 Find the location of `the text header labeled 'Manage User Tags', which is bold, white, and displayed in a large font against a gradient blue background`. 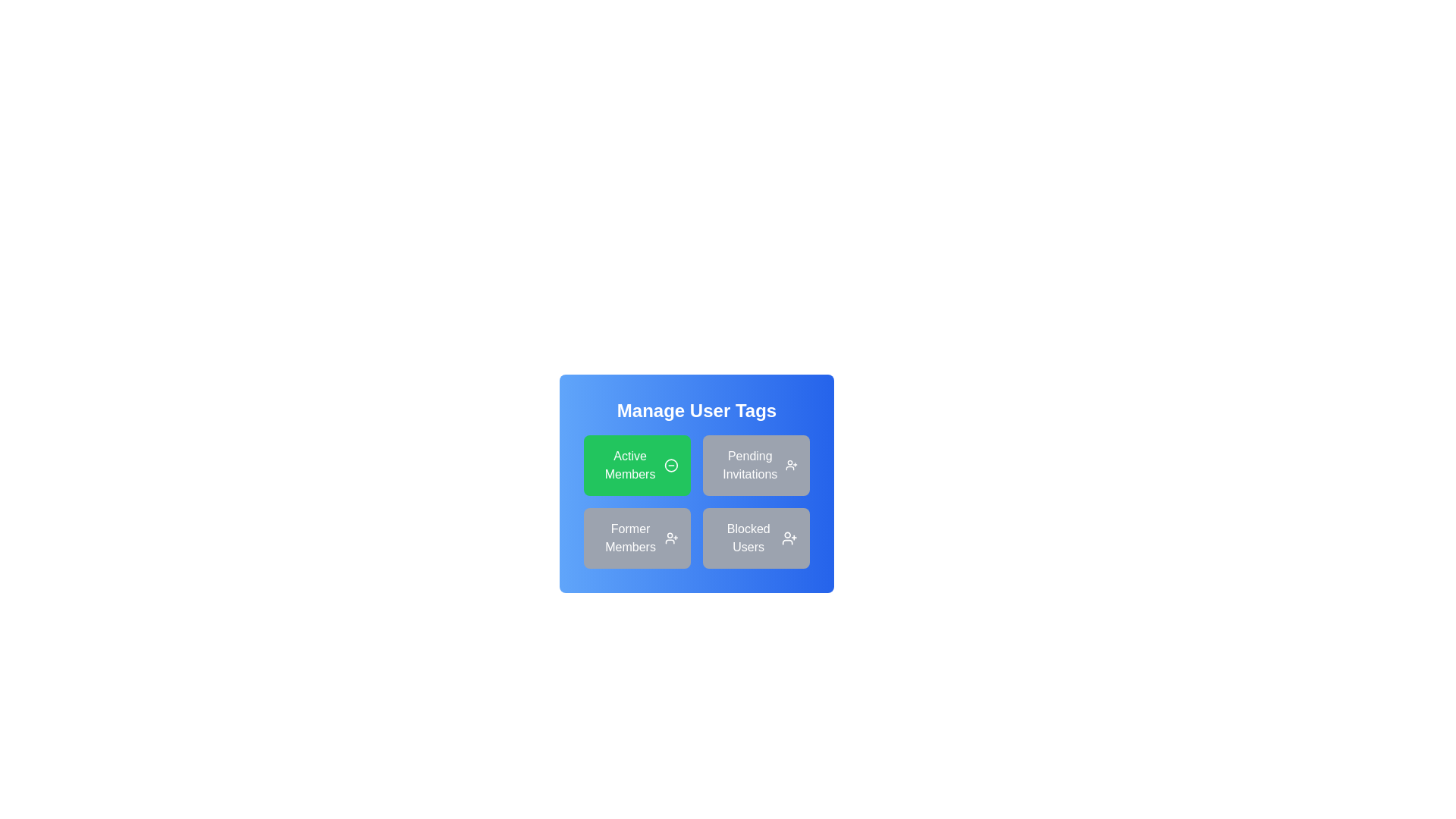

the text header labeled 'Manage User Tags', which is bold, white, and displayed in a large font against a gradient blue background is located at coordinates (695, 411).